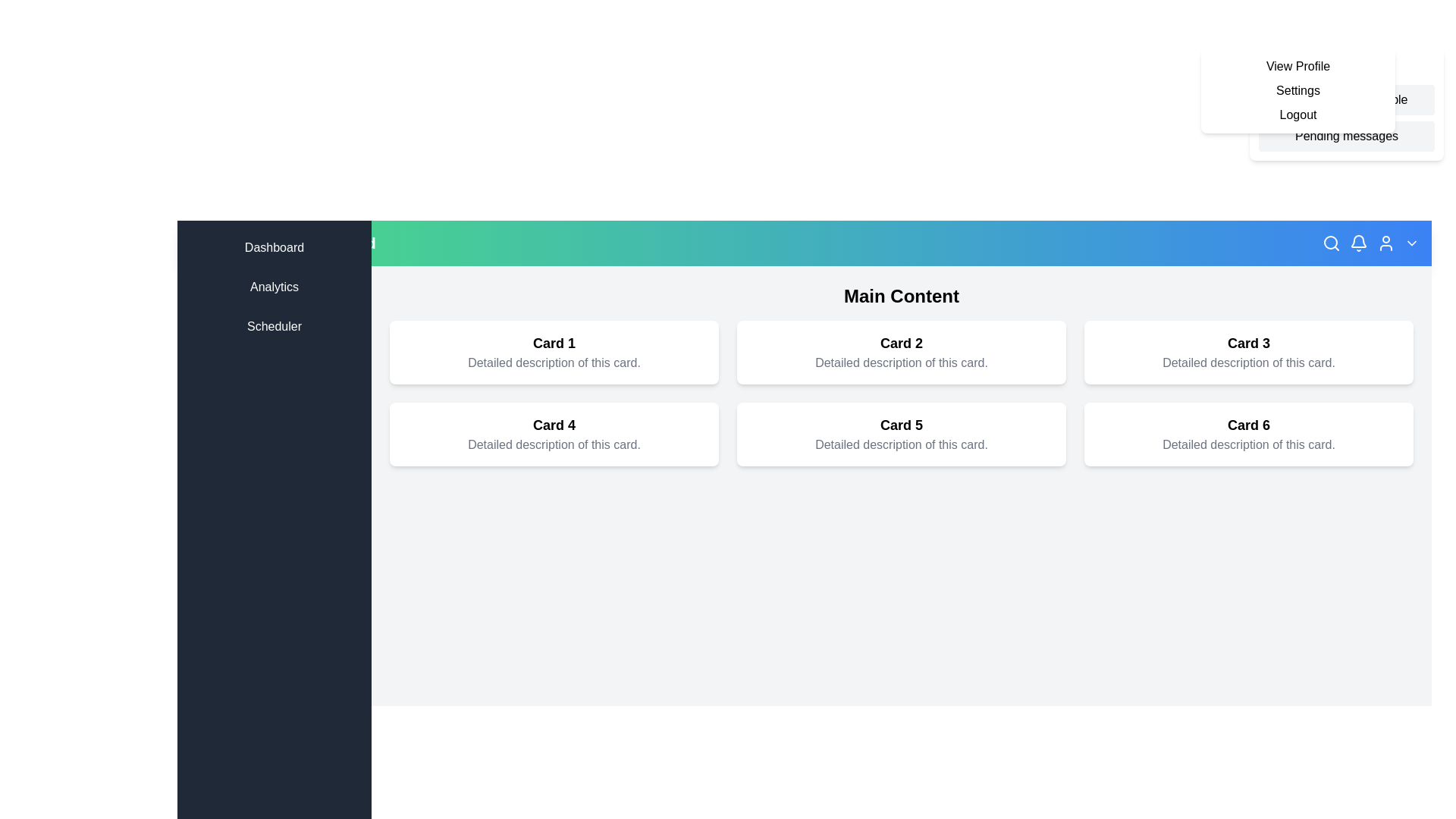 Image resolution: width=1456 pixels, height=819 pixels. What do you see at coordinates (274, 287) in the screenshot?
I see `the 'Analytics' menu item, which is the second item in the vertical menu located in the left-hand navigation bar, styled with a dark background and white text` at bounding box center [274, 287].